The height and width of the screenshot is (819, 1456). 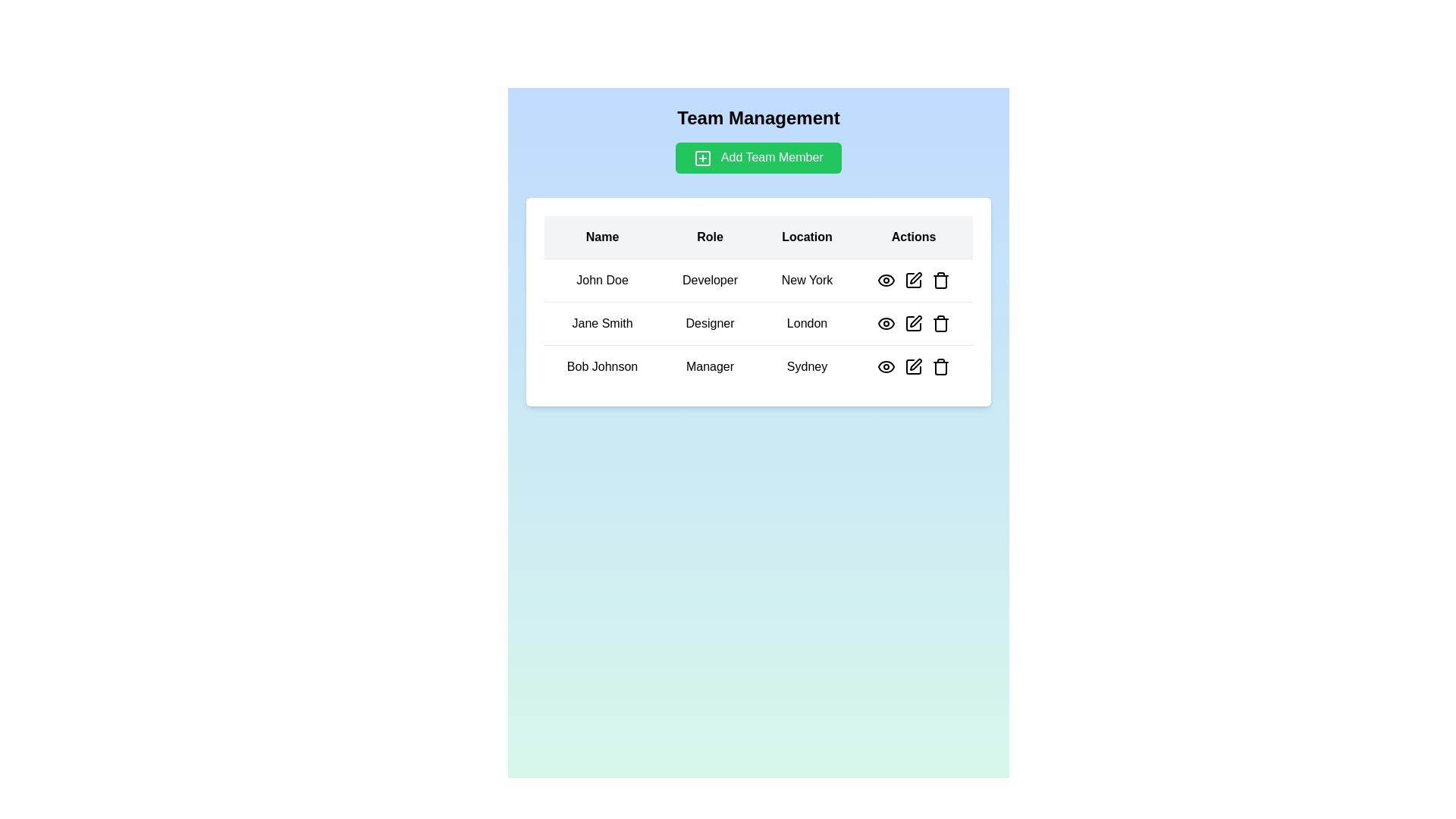 What do you see at coordinates (915, 278) in the screenshot?
I see `the Edit pen icon in the Actions column of the first row` at bounding box center [915, 278].